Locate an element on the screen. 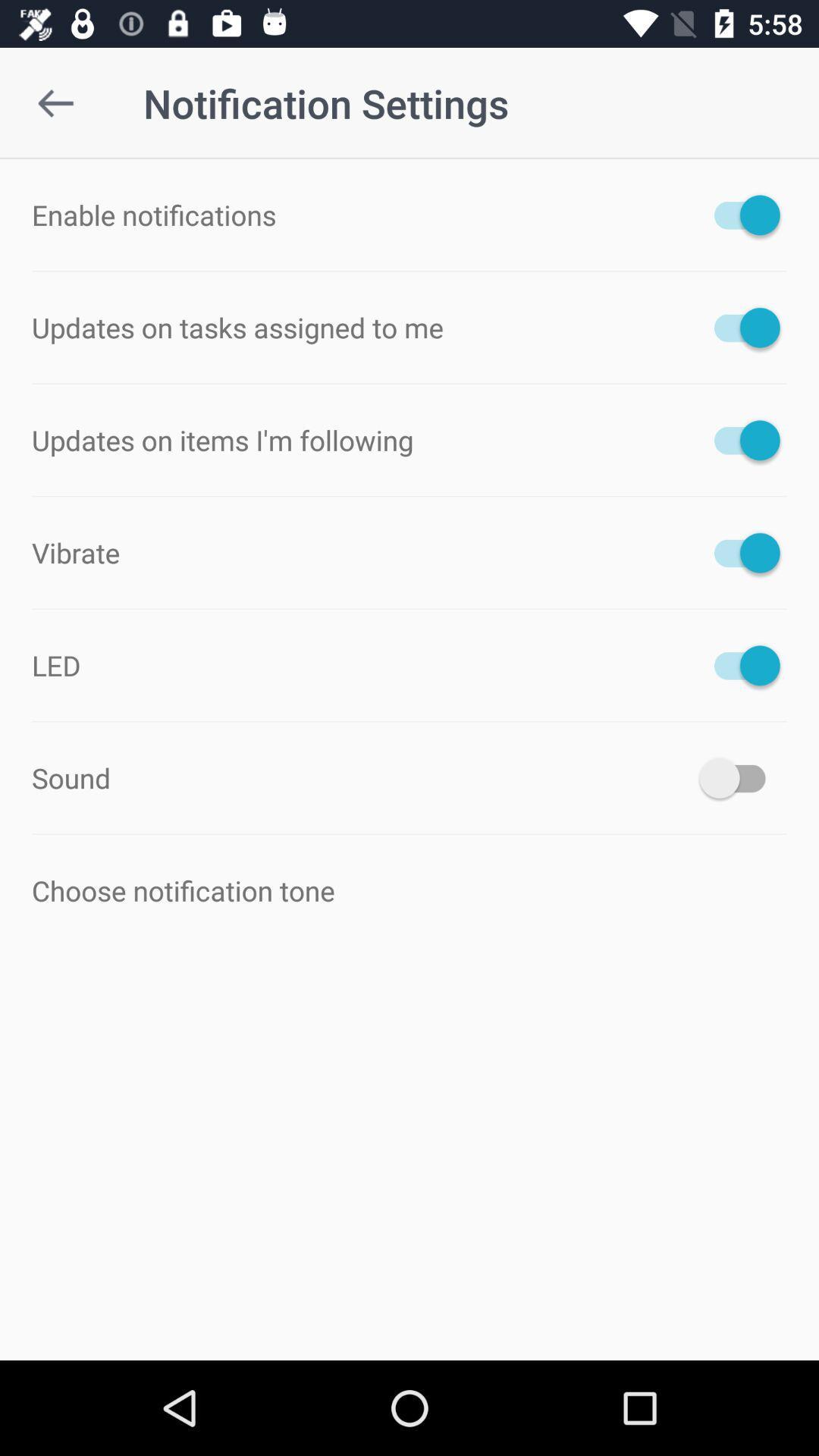 The image size is (819, 1456). notification on button is located at coordinates (739, 214).